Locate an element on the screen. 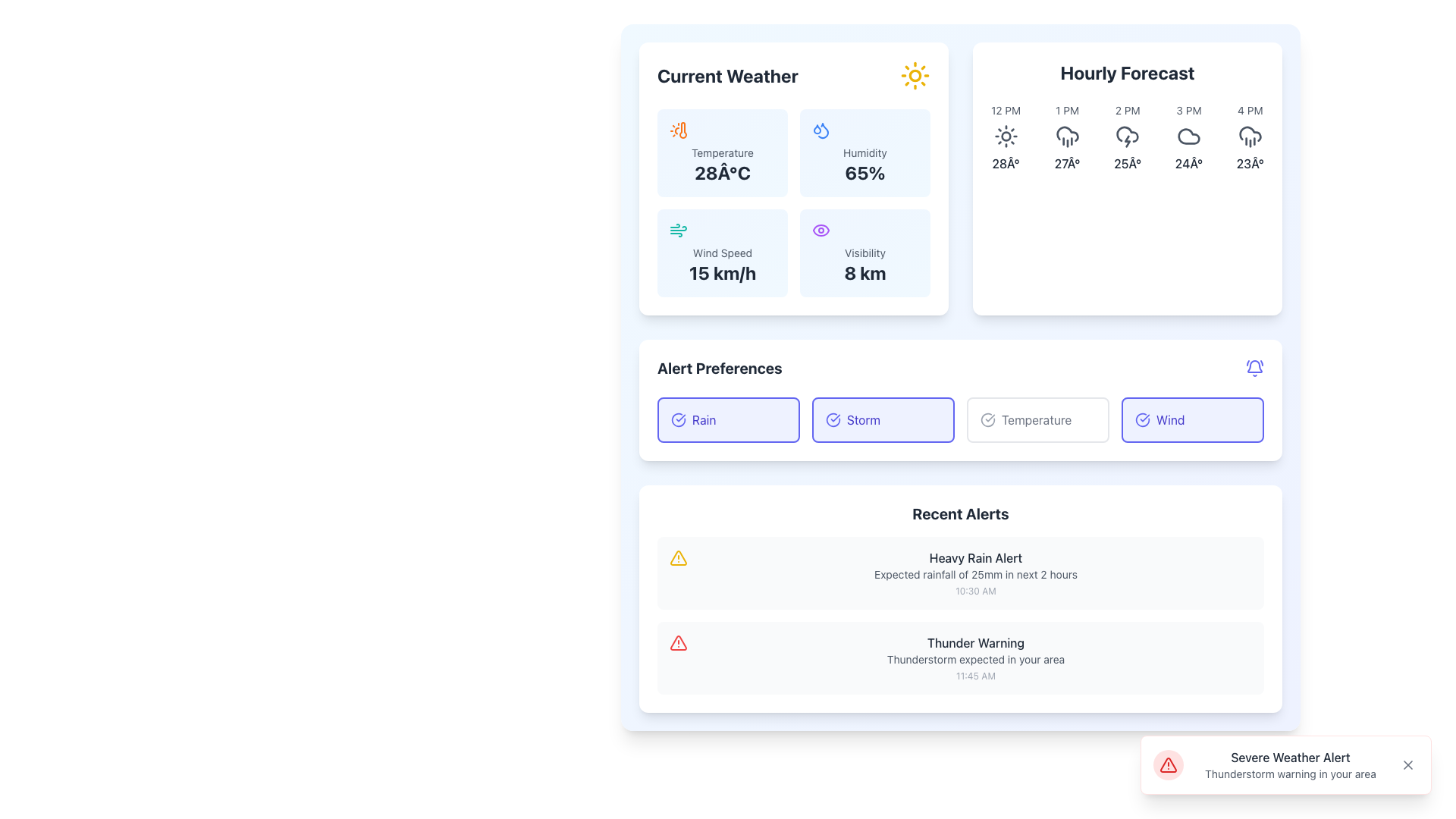 This screenshot has width=1456, height=819. the sun-like icon representing sunny weather in the 'Current Weather' section of the interface is located at coordinates (914, 76).